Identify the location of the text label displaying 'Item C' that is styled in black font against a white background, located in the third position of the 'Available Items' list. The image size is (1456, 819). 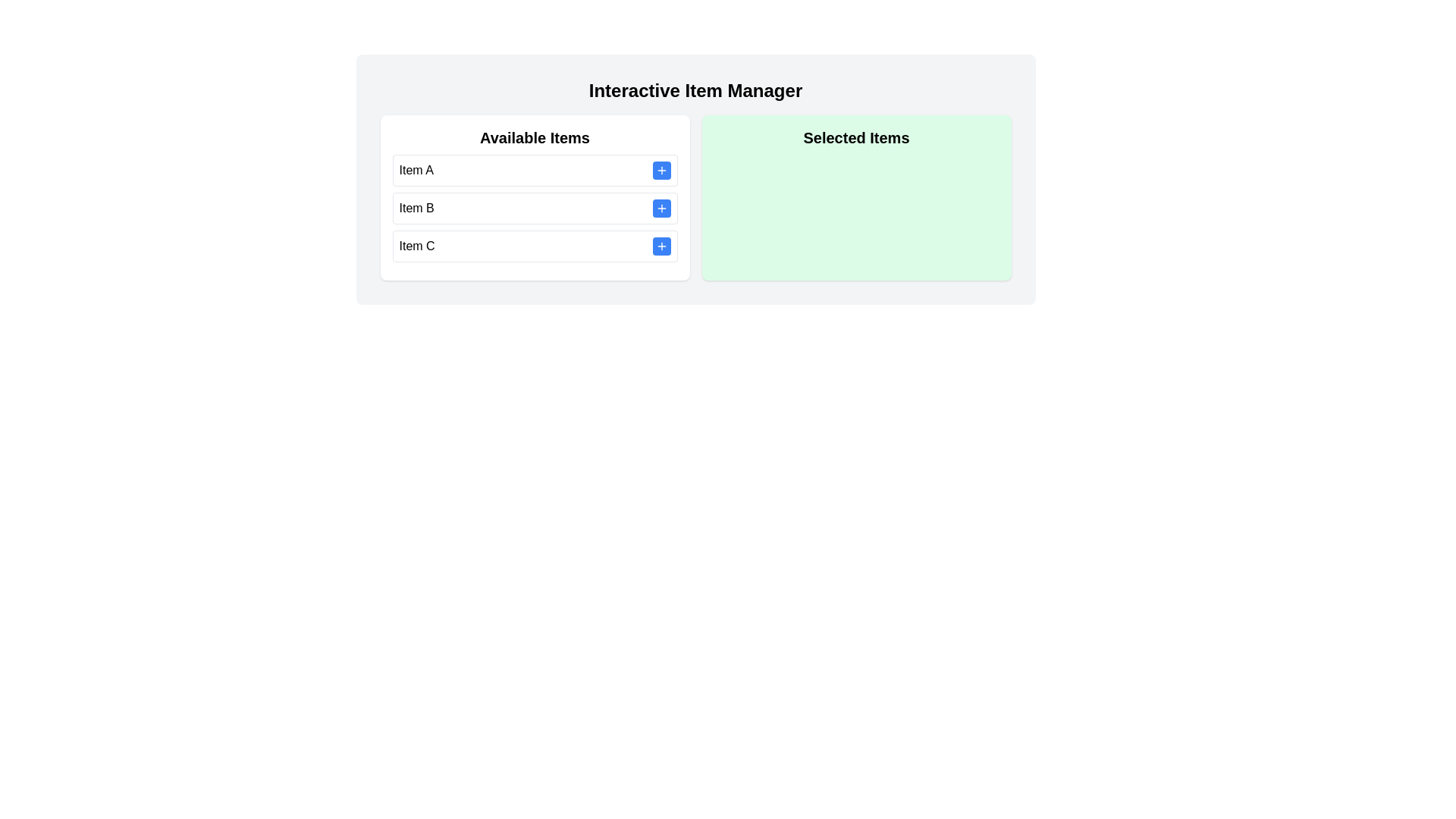
(417, 245).